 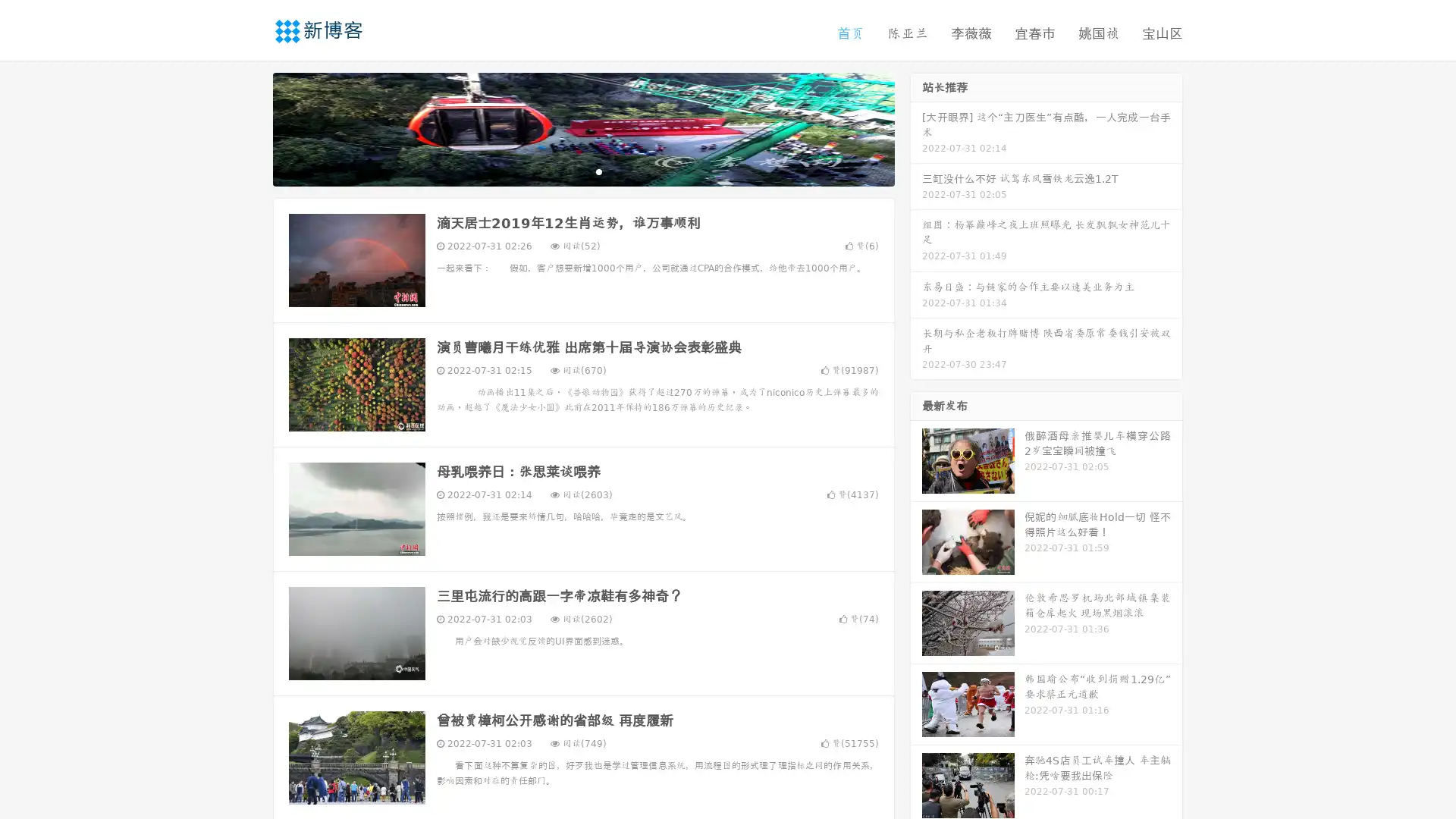 What do you see at coordinates (598, 171) in the screenshot?
I see `Go to slide 3` at bounding box center [598, 171].